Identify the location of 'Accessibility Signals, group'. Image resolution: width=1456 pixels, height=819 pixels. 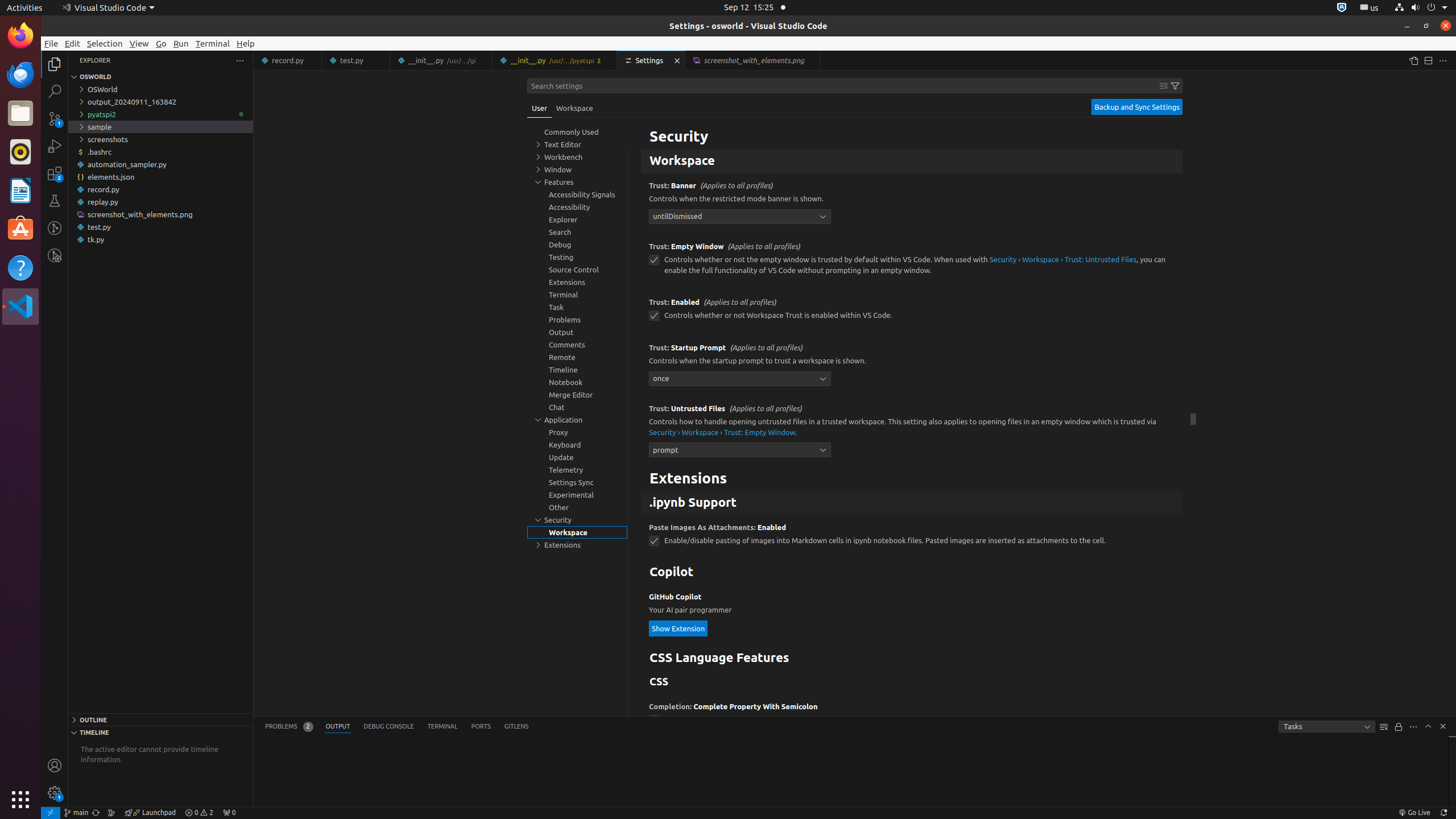
(577, 194).